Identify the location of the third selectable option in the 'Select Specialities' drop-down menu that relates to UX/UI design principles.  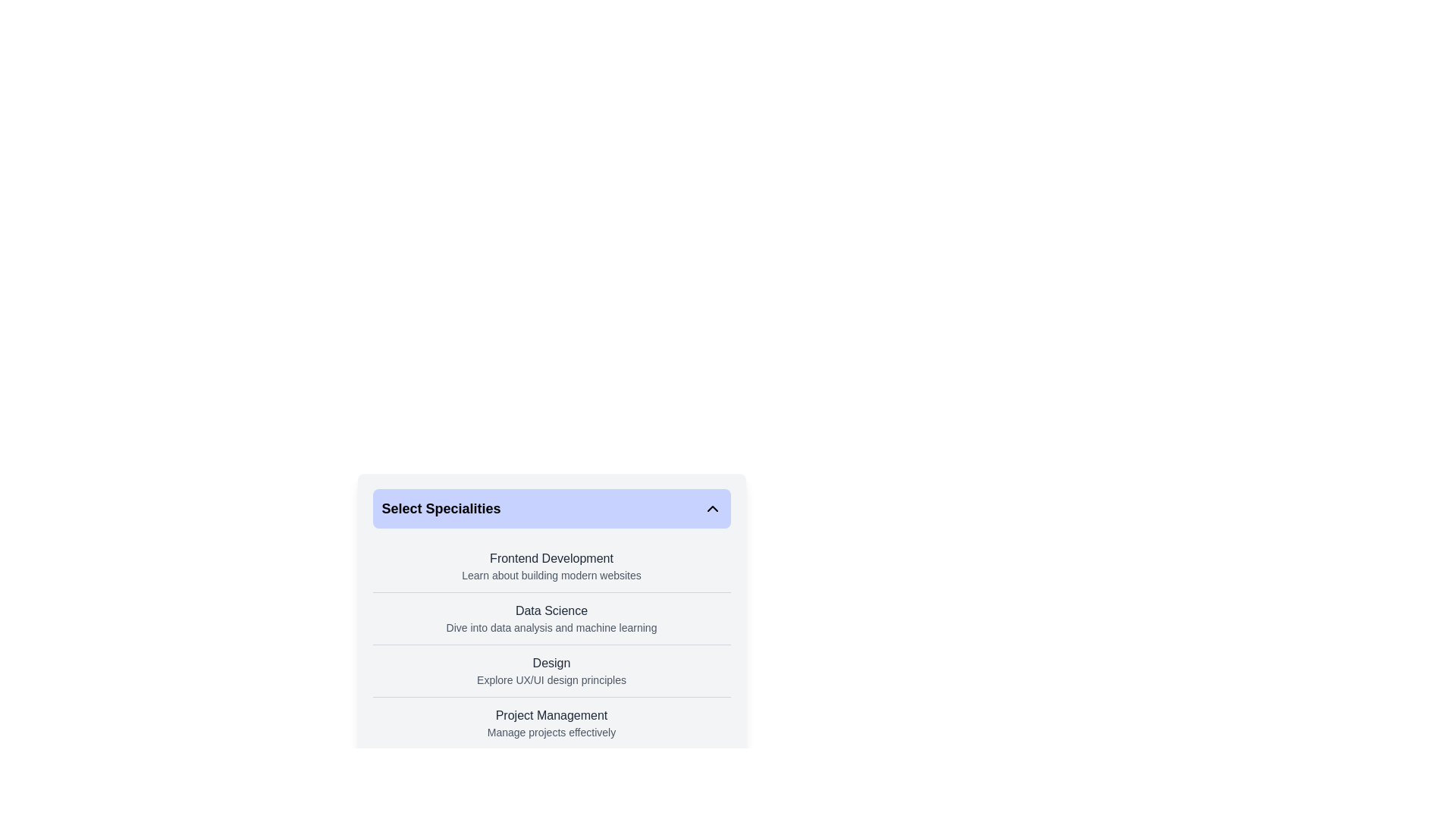
(551, 670).